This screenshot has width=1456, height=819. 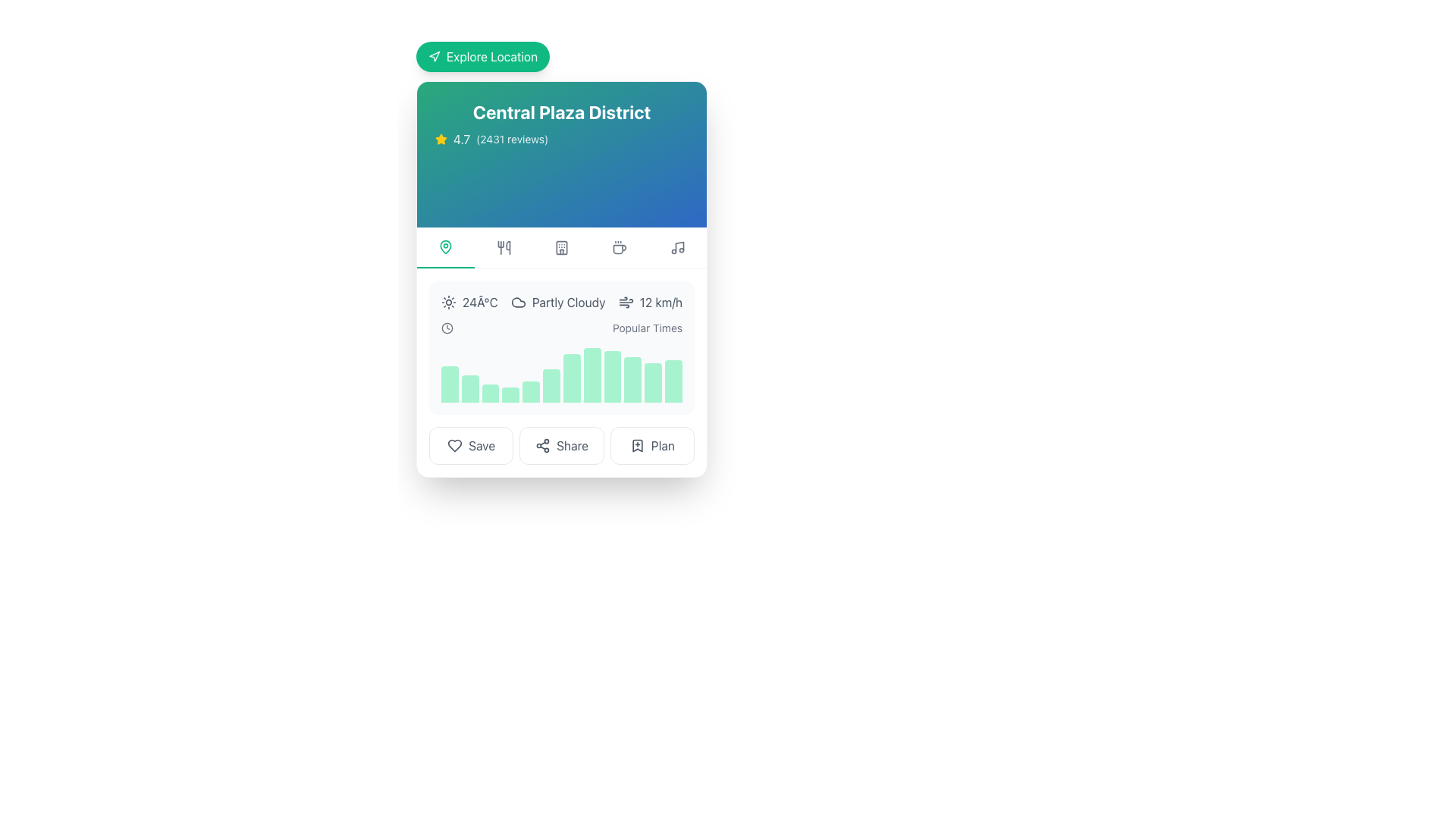 I want to click on the first bar in the horizontally arranged bar graph component, which visually represents data trends and comparisons, so click(x=449, y=383).